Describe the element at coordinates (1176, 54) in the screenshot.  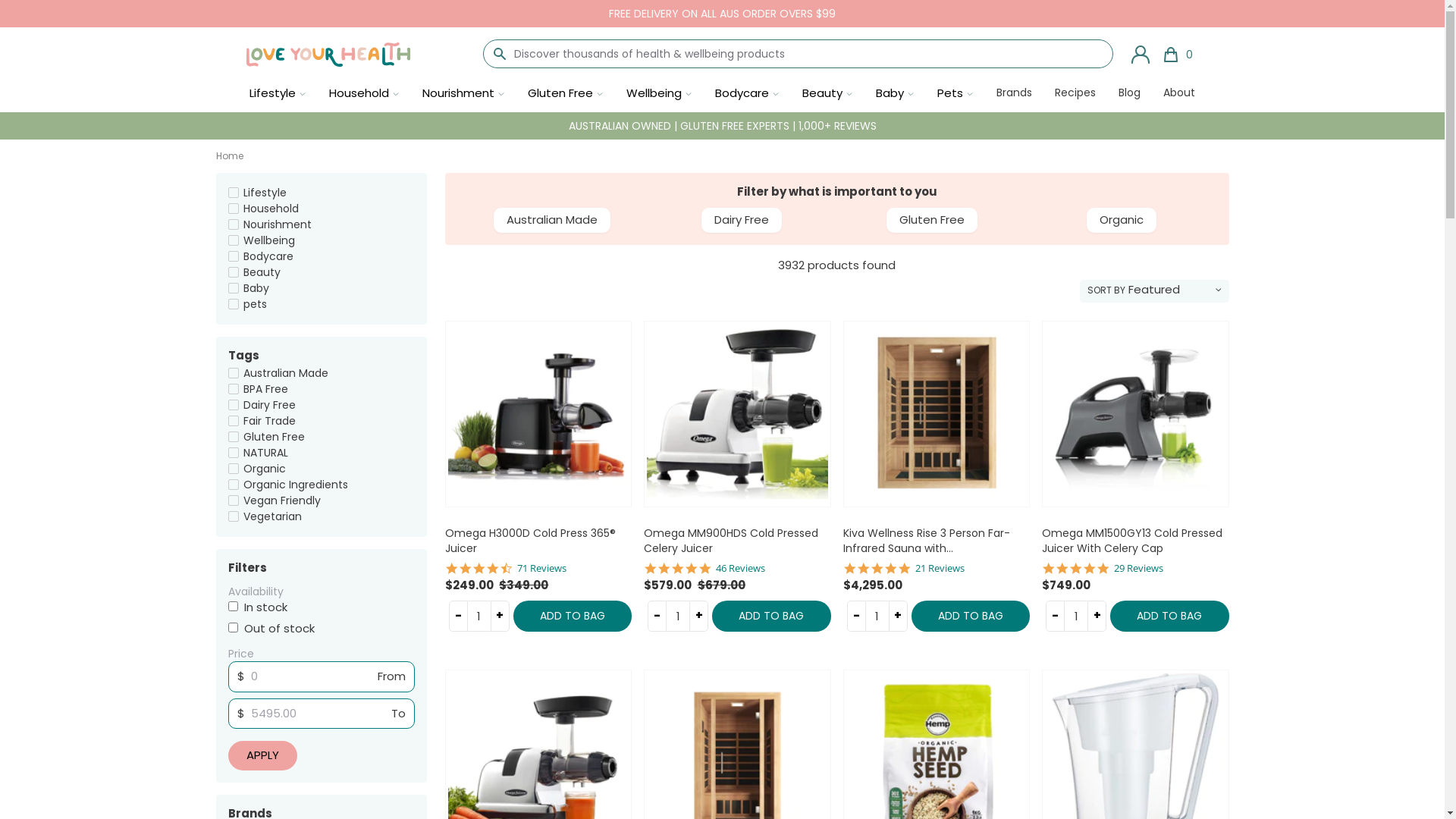
I see `'0` at that location.